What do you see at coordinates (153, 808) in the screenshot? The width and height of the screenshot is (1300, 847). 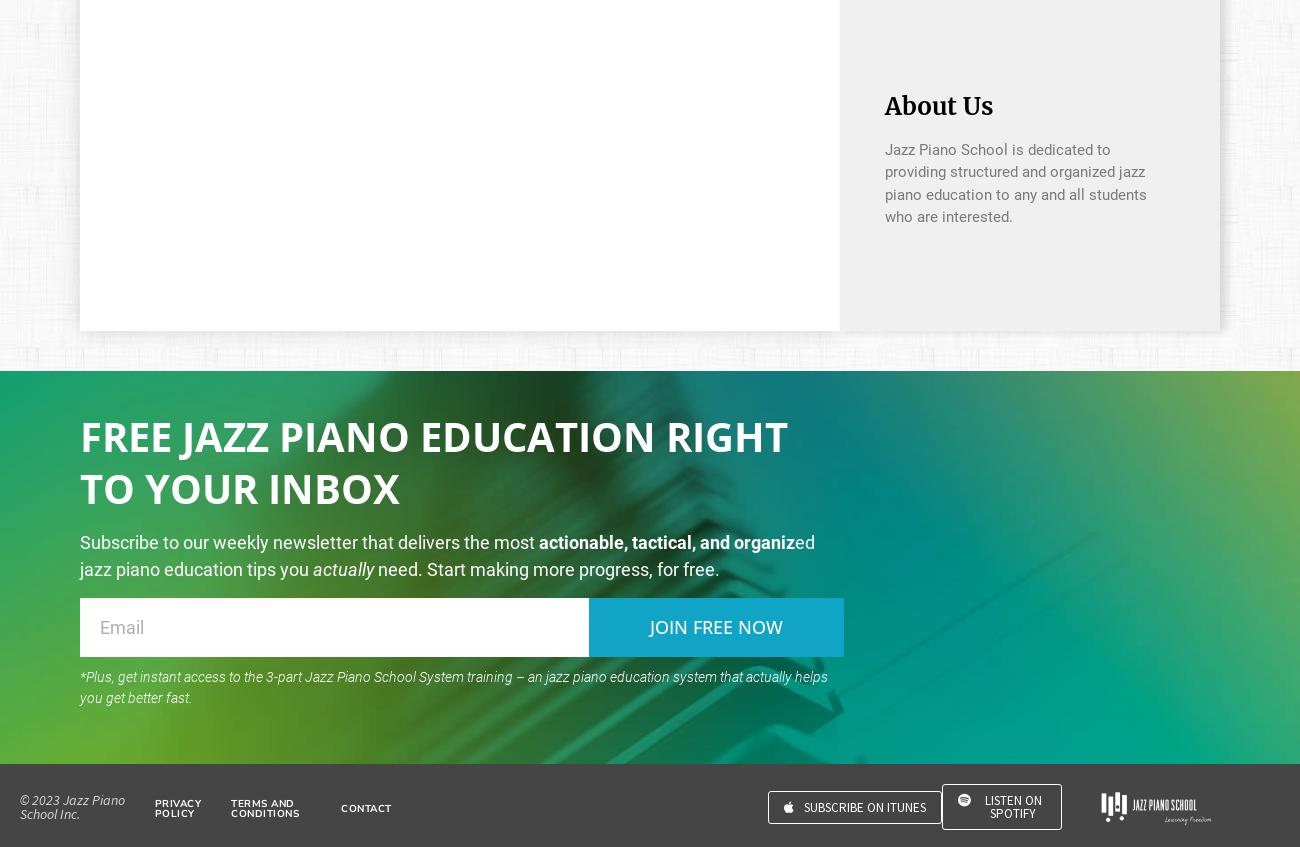 I see `'PRIVACY POLICY'` at bounding box center [153, 808].